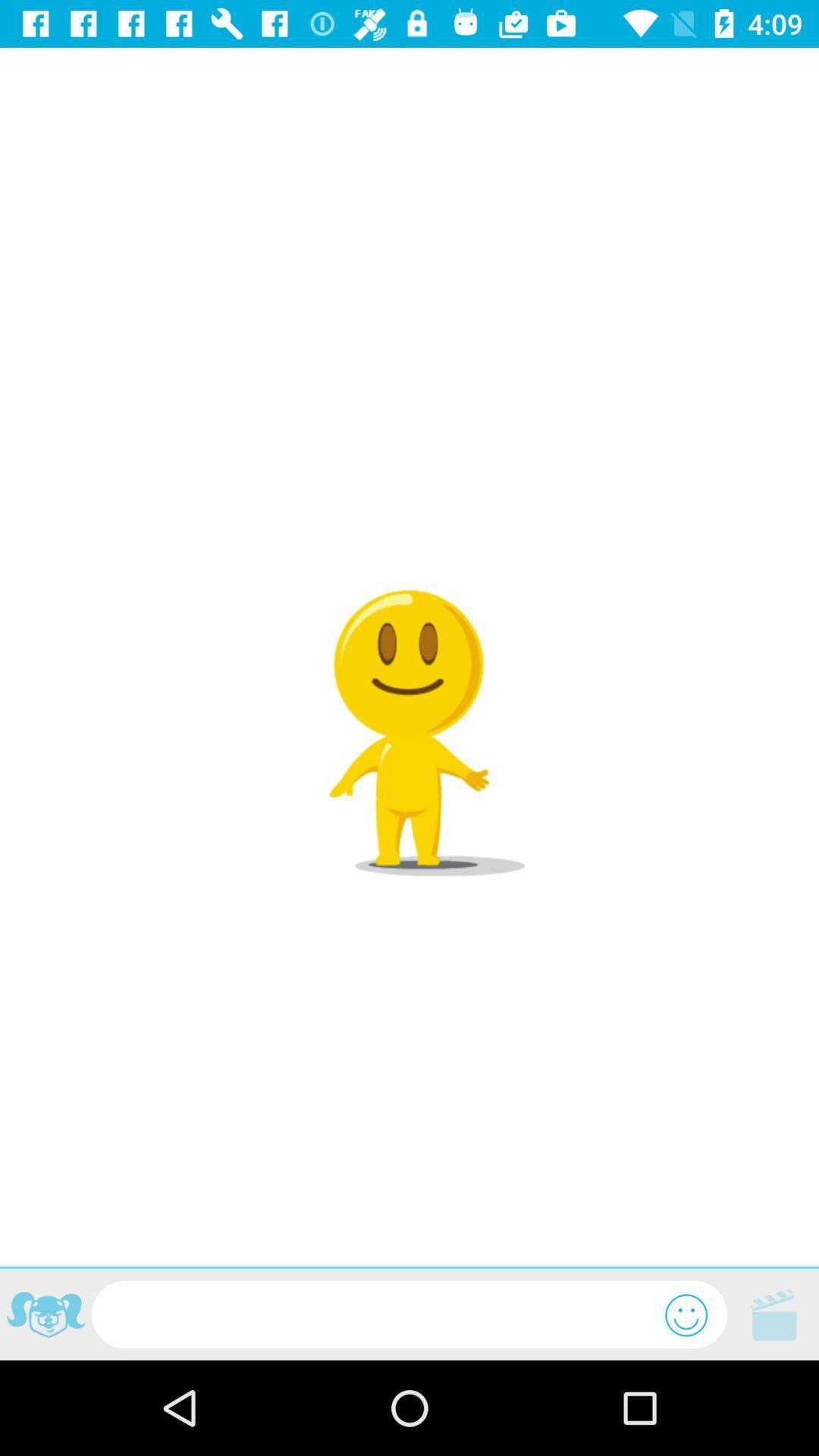 This screenshot has height=1456, width=819. What do you see at coordinates (378, 1313) in the screenshot?
I see `typing box` at bounding box center [378, 1313].